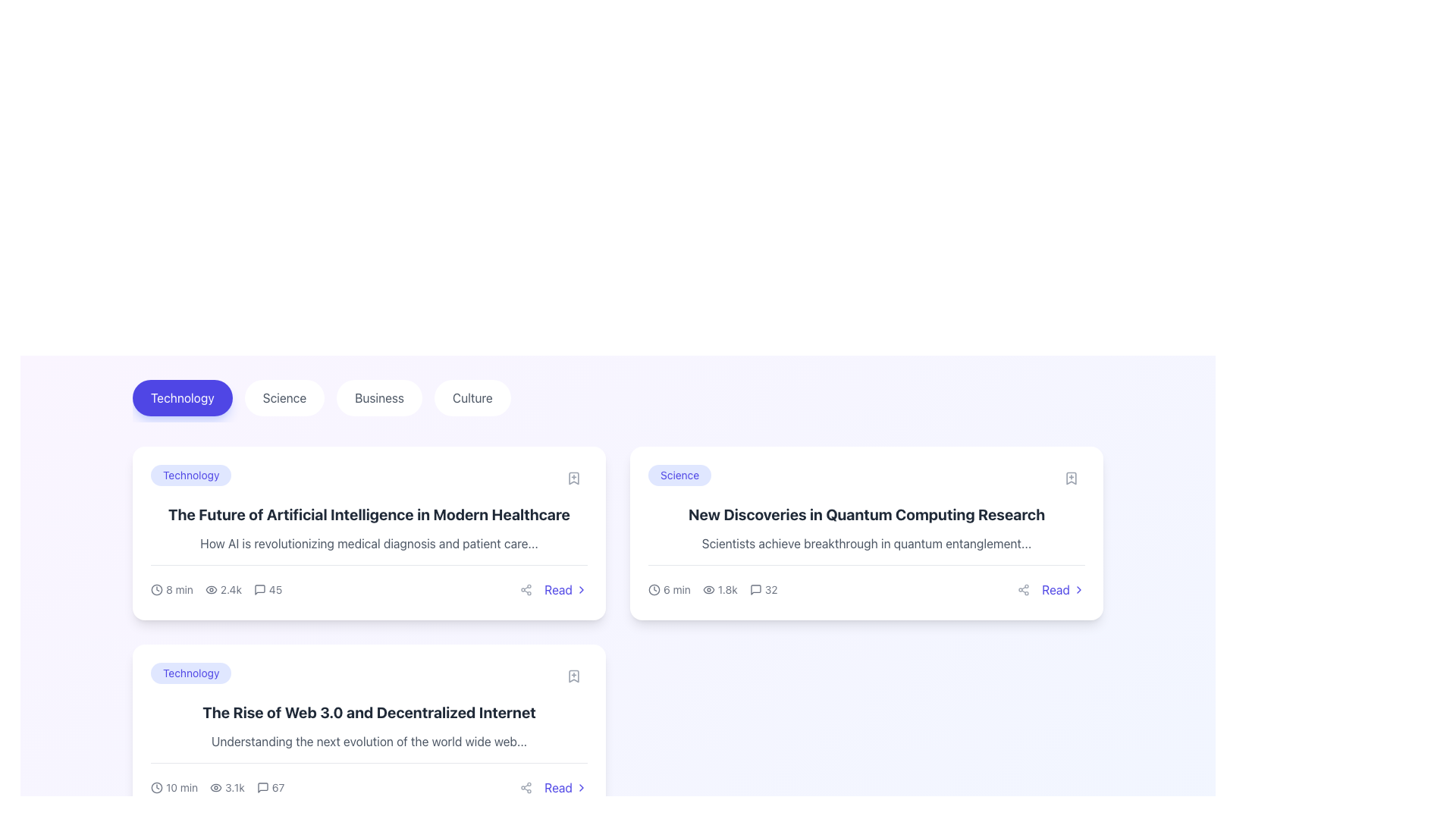 Image resolution: width=1456 pixels, height=819 pixels. What do you see at coordinates (573, 675) in the screenshot?
I see `the Bookmark Icon located in the top-right corner of the second article card titled 'The Rise of Web 3.0 and Decentralized Internet'` at bounding box center [573, 675].